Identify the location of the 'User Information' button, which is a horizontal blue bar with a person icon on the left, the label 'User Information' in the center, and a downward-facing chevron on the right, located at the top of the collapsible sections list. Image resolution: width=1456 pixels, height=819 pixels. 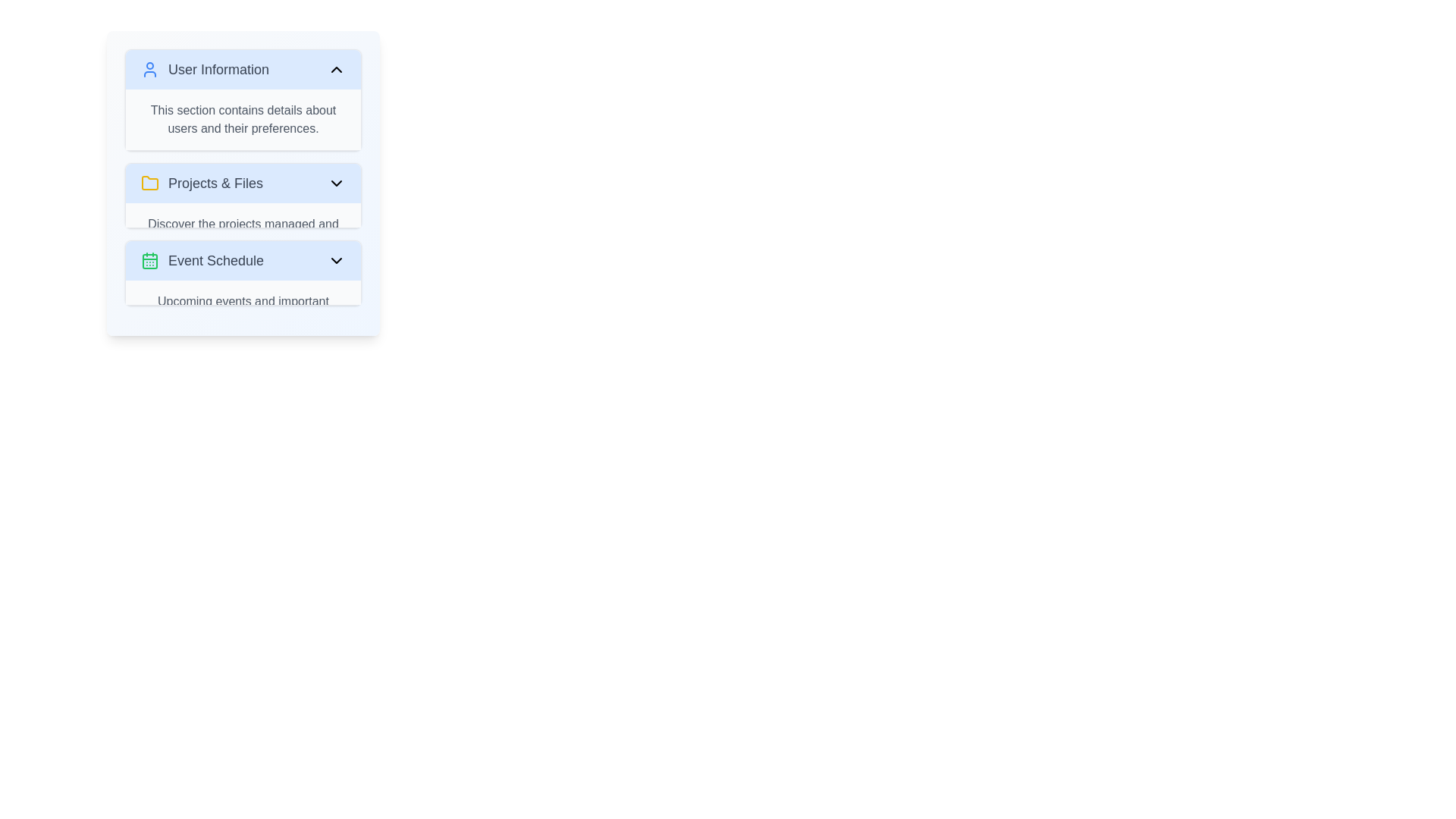
(243, 70).